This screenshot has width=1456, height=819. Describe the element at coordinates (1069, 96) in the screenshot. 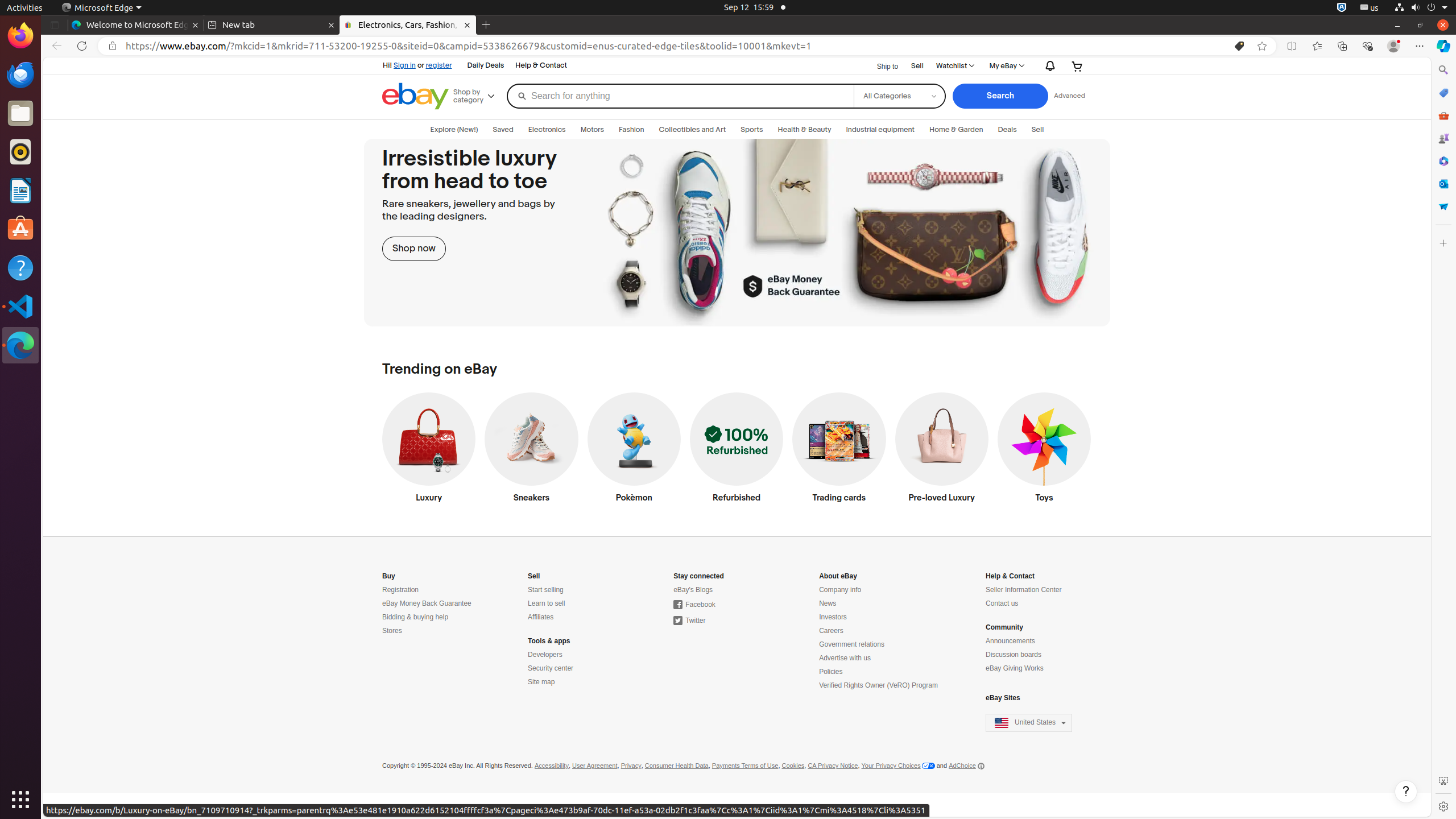

I see `'Advanced Search'` at that location.